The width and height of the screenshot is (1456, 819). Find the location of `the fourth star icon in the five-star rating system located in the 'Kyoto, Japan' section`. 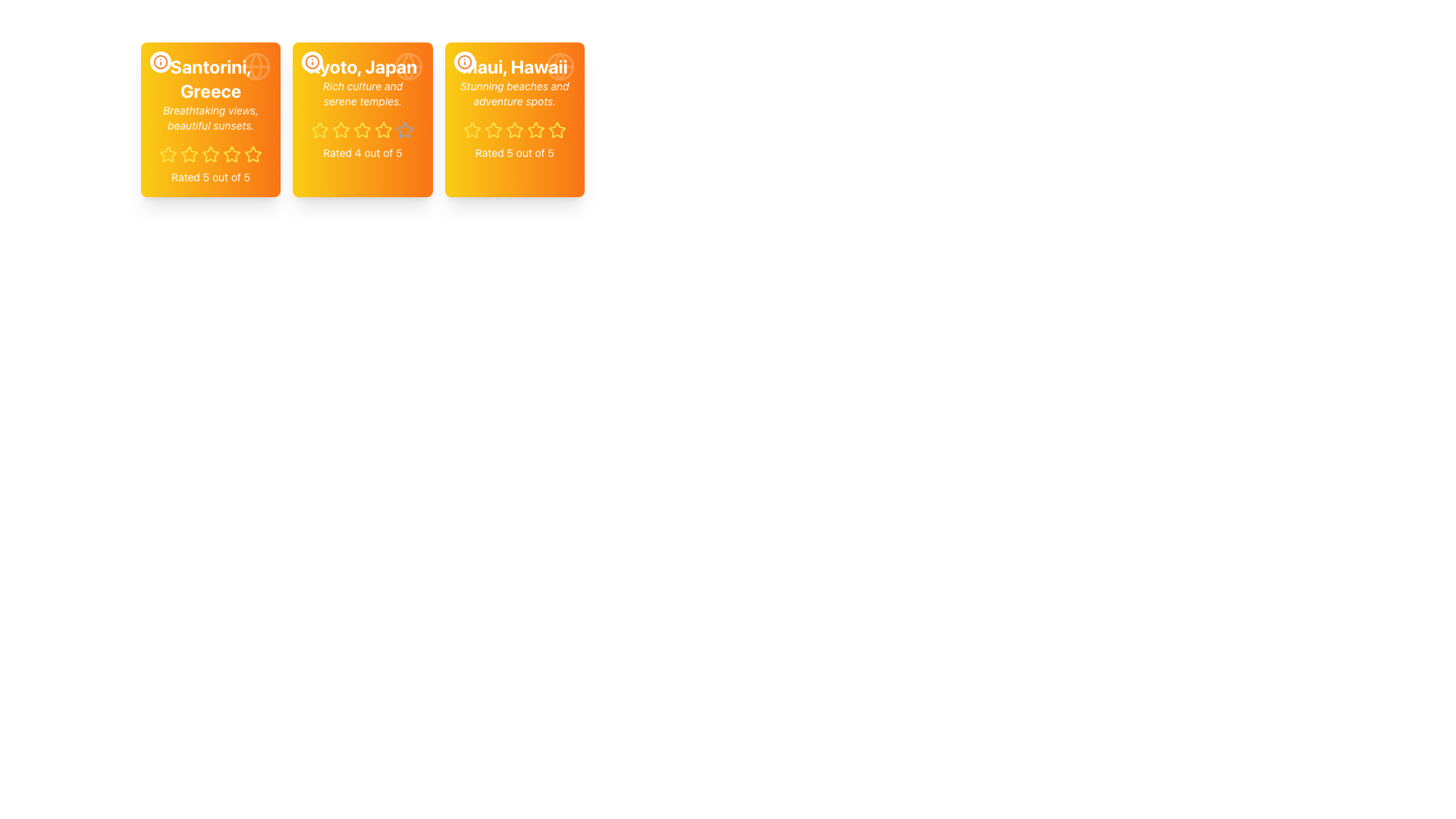

the fourth star icon in the five-star rating system located in the 'Kyoto, Japan' section is located at coordinates (383, 128).